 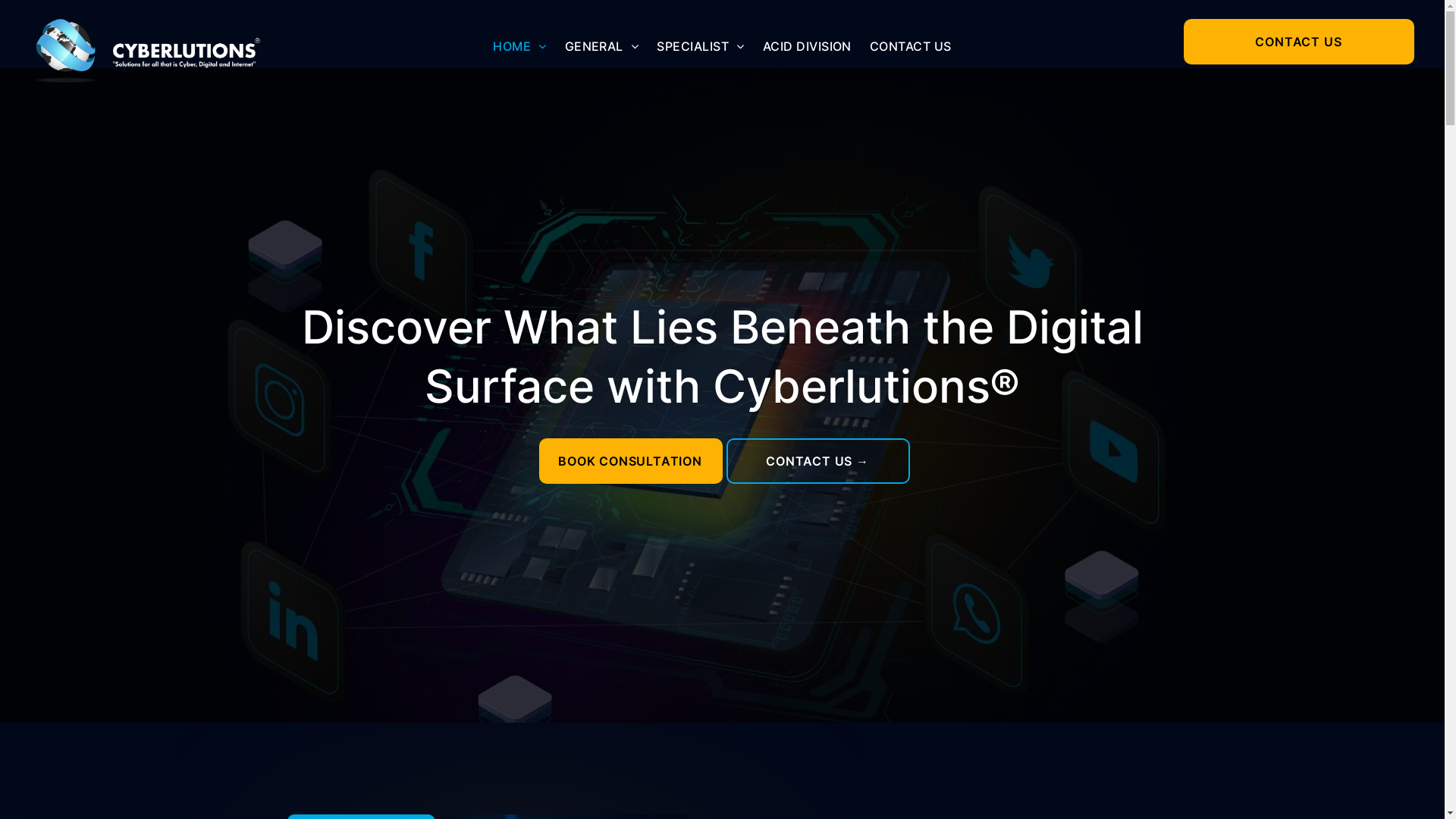 What do you see at coordinates (601, 45) in the screenshot?
I see `'GENERAL'` at bounding box center [601, 45].